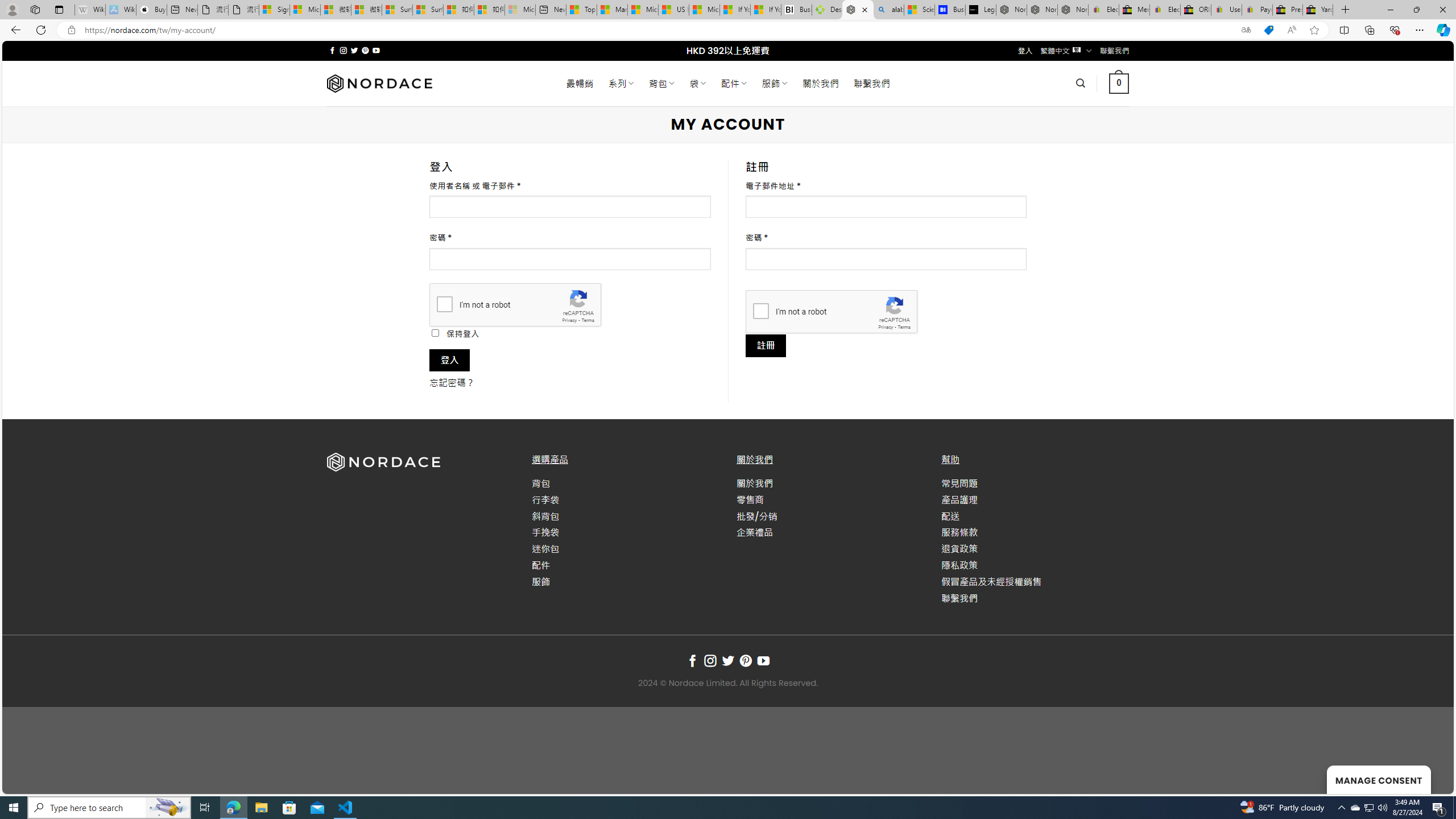 Image resolution: width=1456 pixels, height=819 pixels. I want to click on '  0  ', so click(1118, 82).